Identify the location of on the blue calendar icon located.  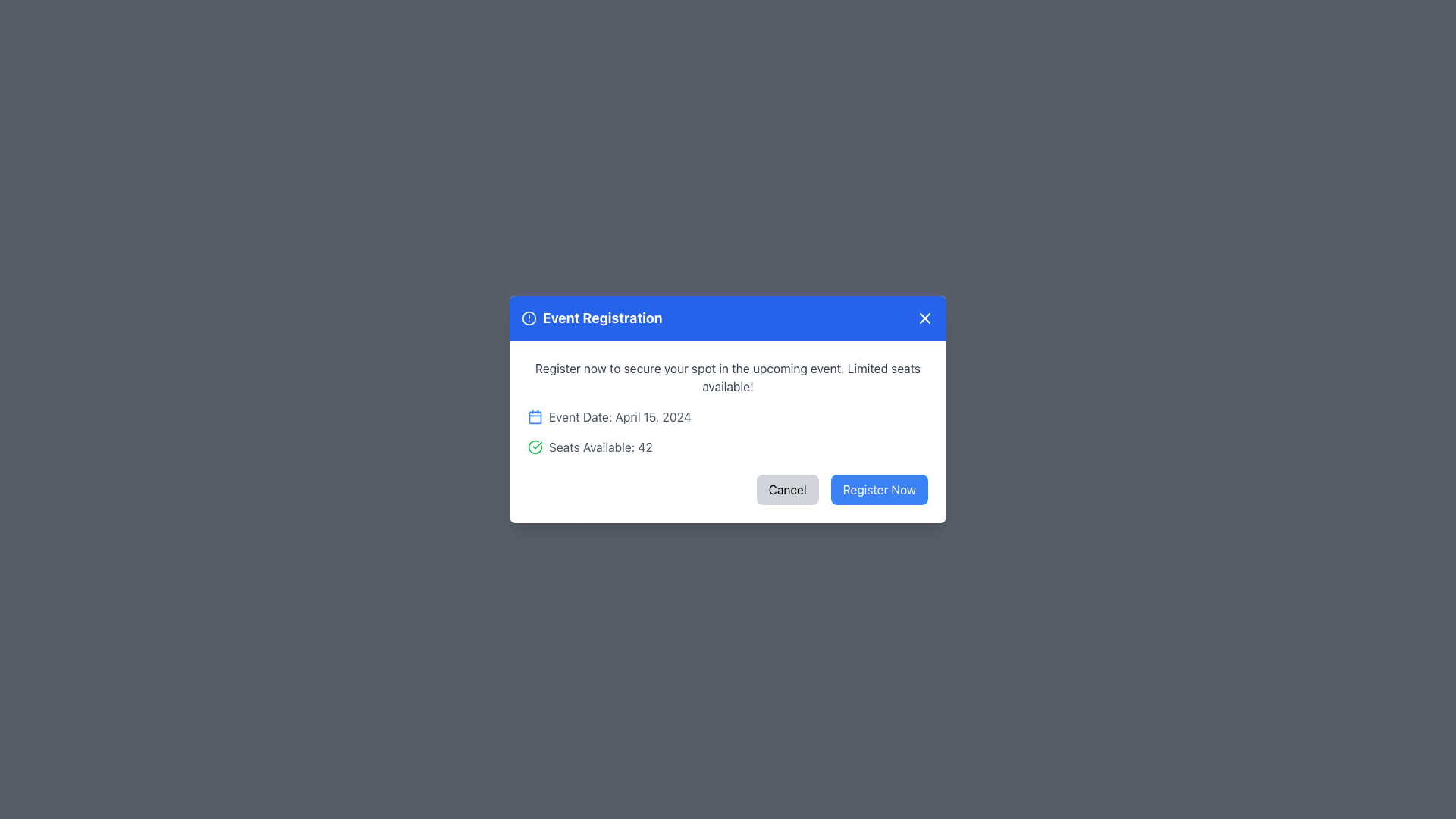
(535, 417).